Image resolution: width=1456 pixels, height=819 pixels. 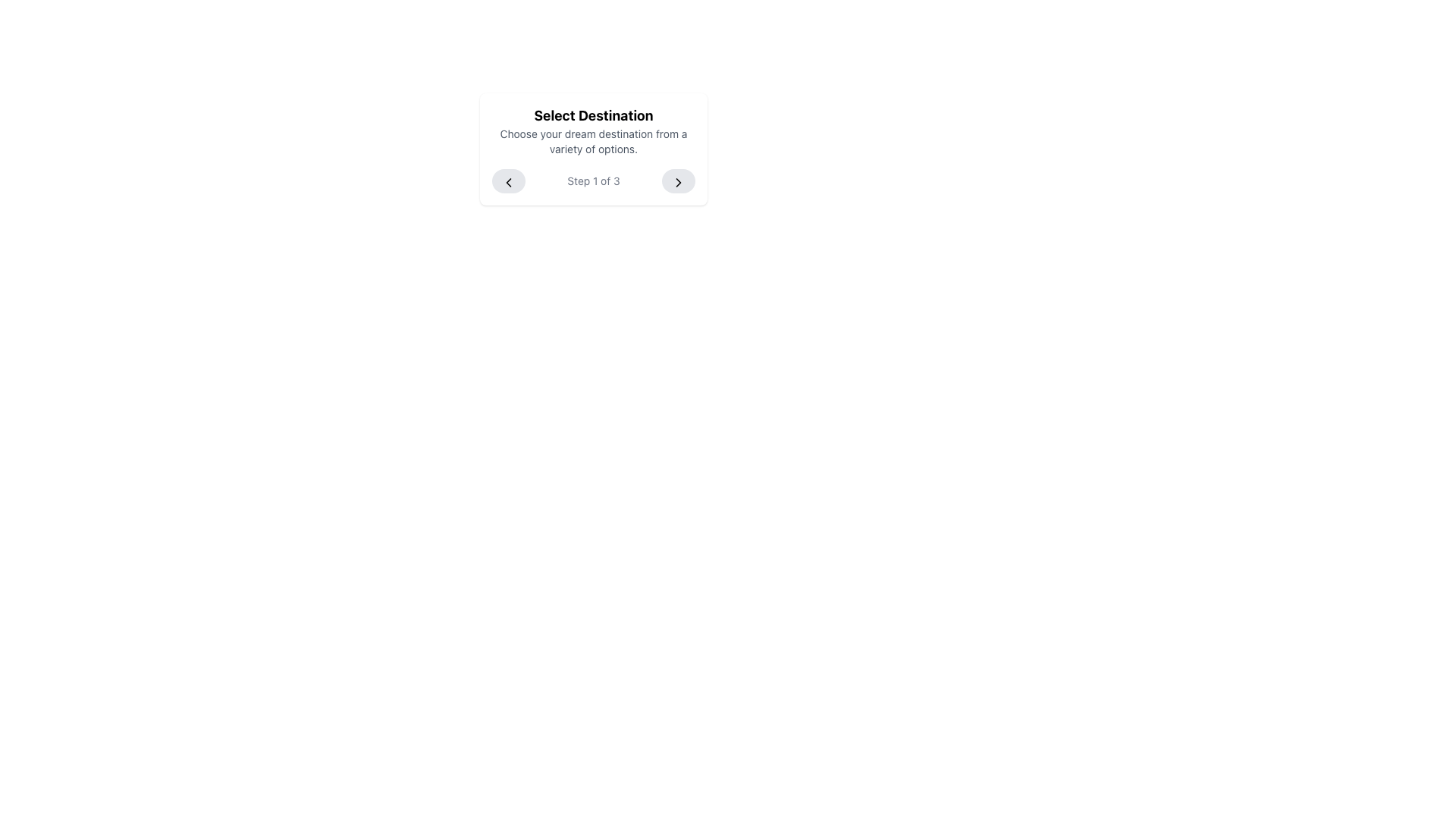 What do you see at coordinates (592, 141) in the screenshot?
I see `the descriptive text element that provides guidance below the title 'Select Destination'` at bounding box center [592, 141].